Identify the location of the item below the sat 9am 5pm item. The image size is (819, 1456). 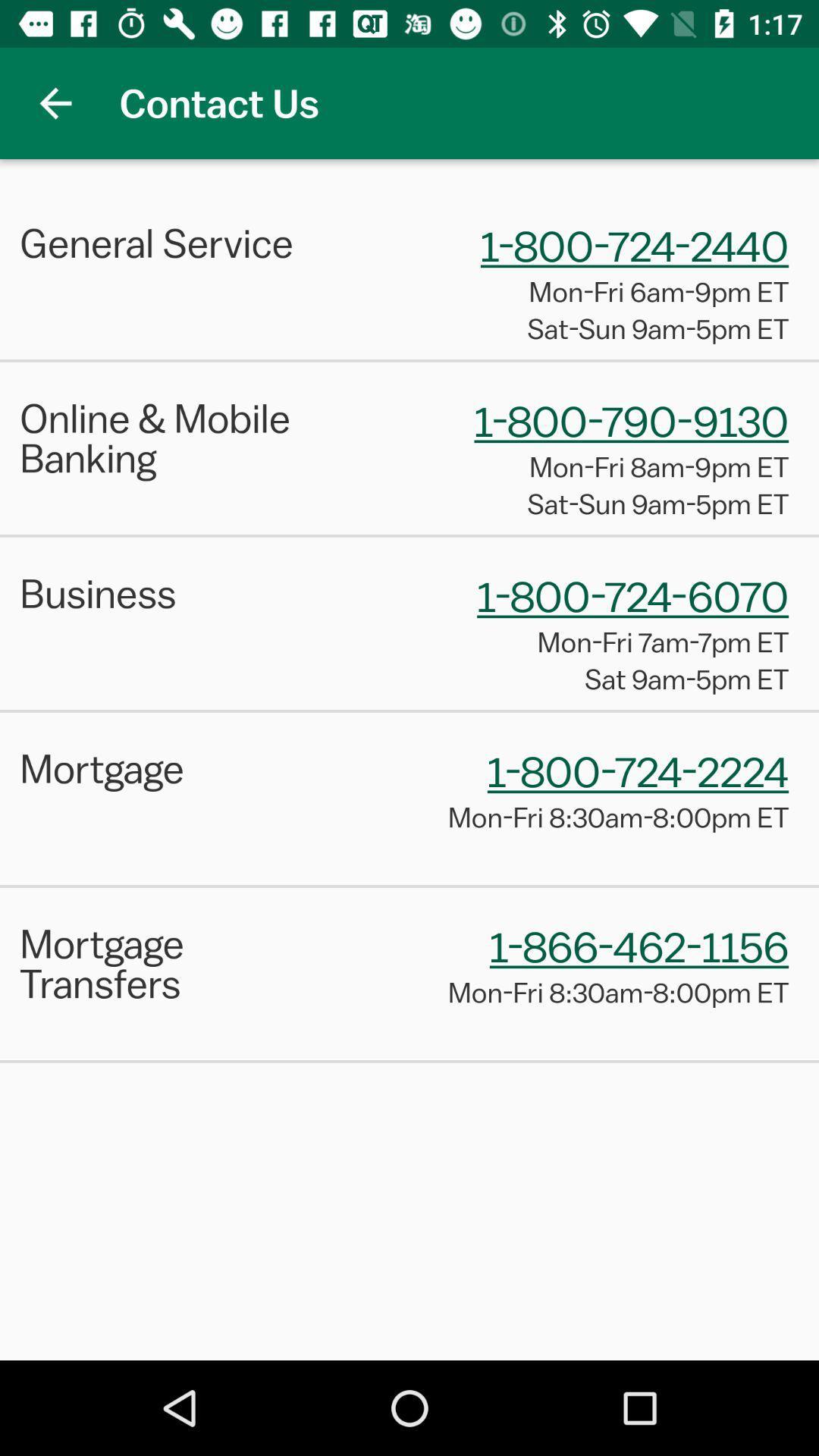
(409, 710).